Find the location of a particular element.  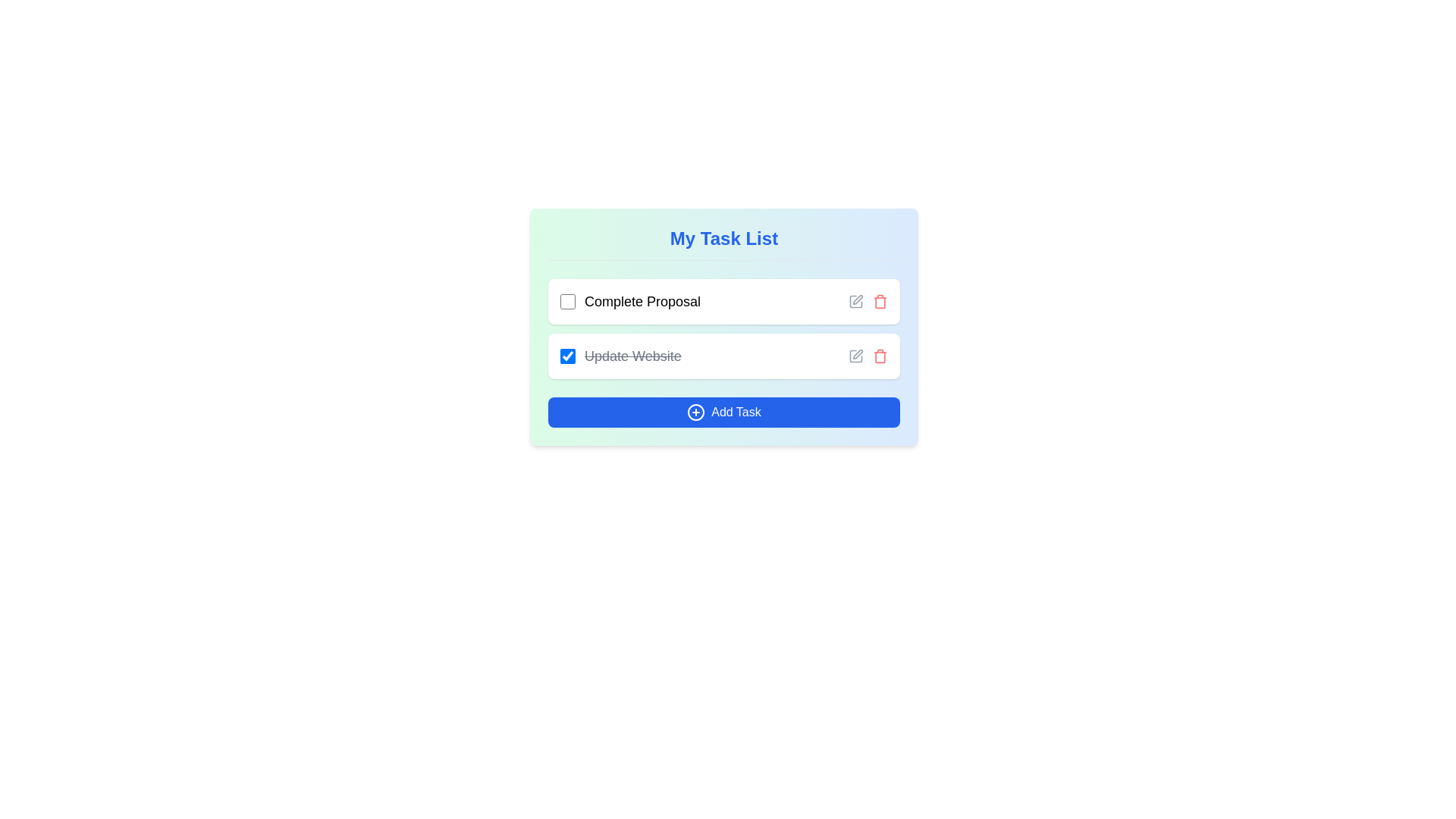

the non-interactive text element displaying the title 'Update Website' which indicates a completed task with strikethrough styling, located within the second task item of the task list interface is located at coordinates (632, 356).